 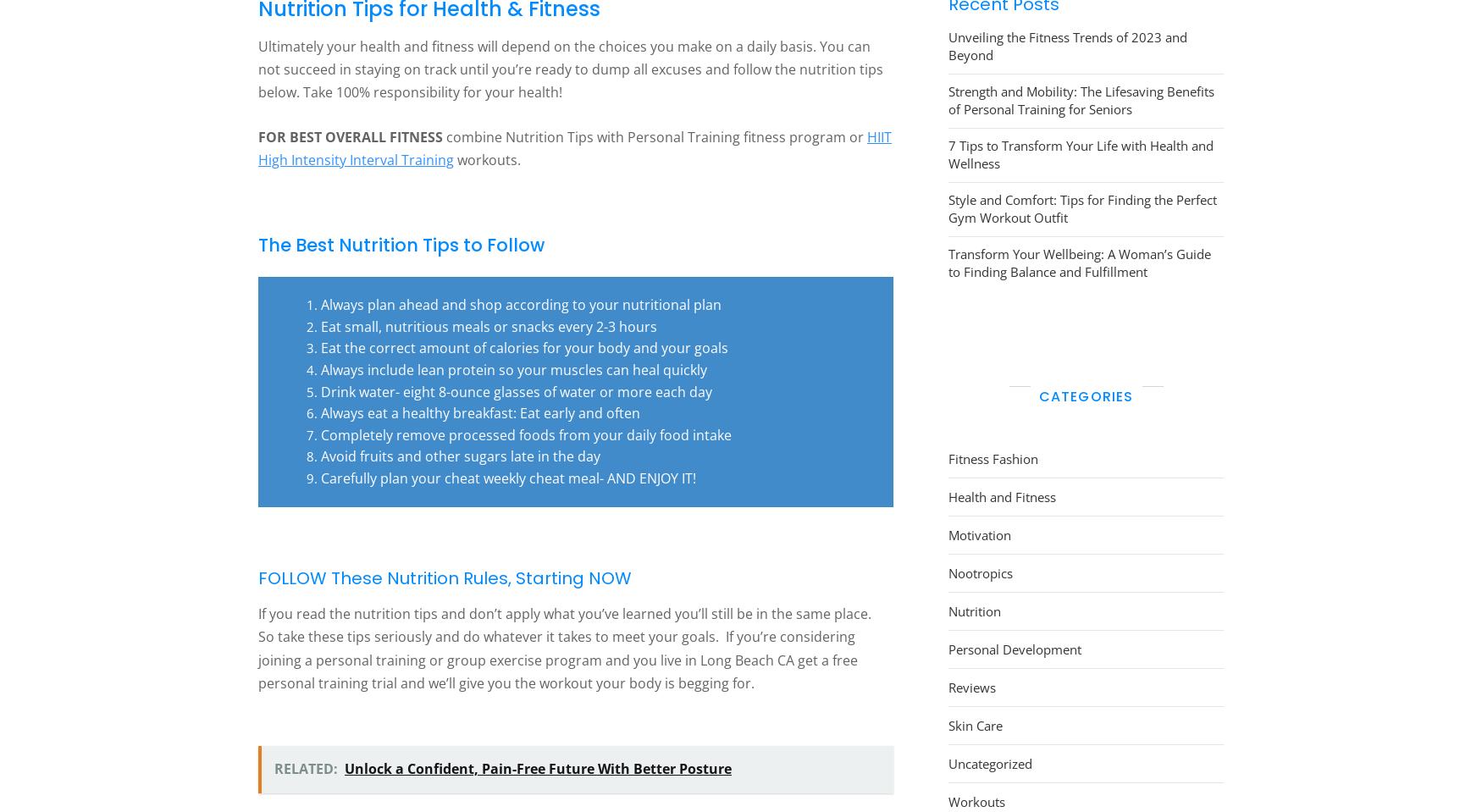 What do you see at coordinates (948, 44) in the screenshot?
I see `'Unveiling the Fitness Trends of 2023 and Beyond'` at bounding box center [948, 44].